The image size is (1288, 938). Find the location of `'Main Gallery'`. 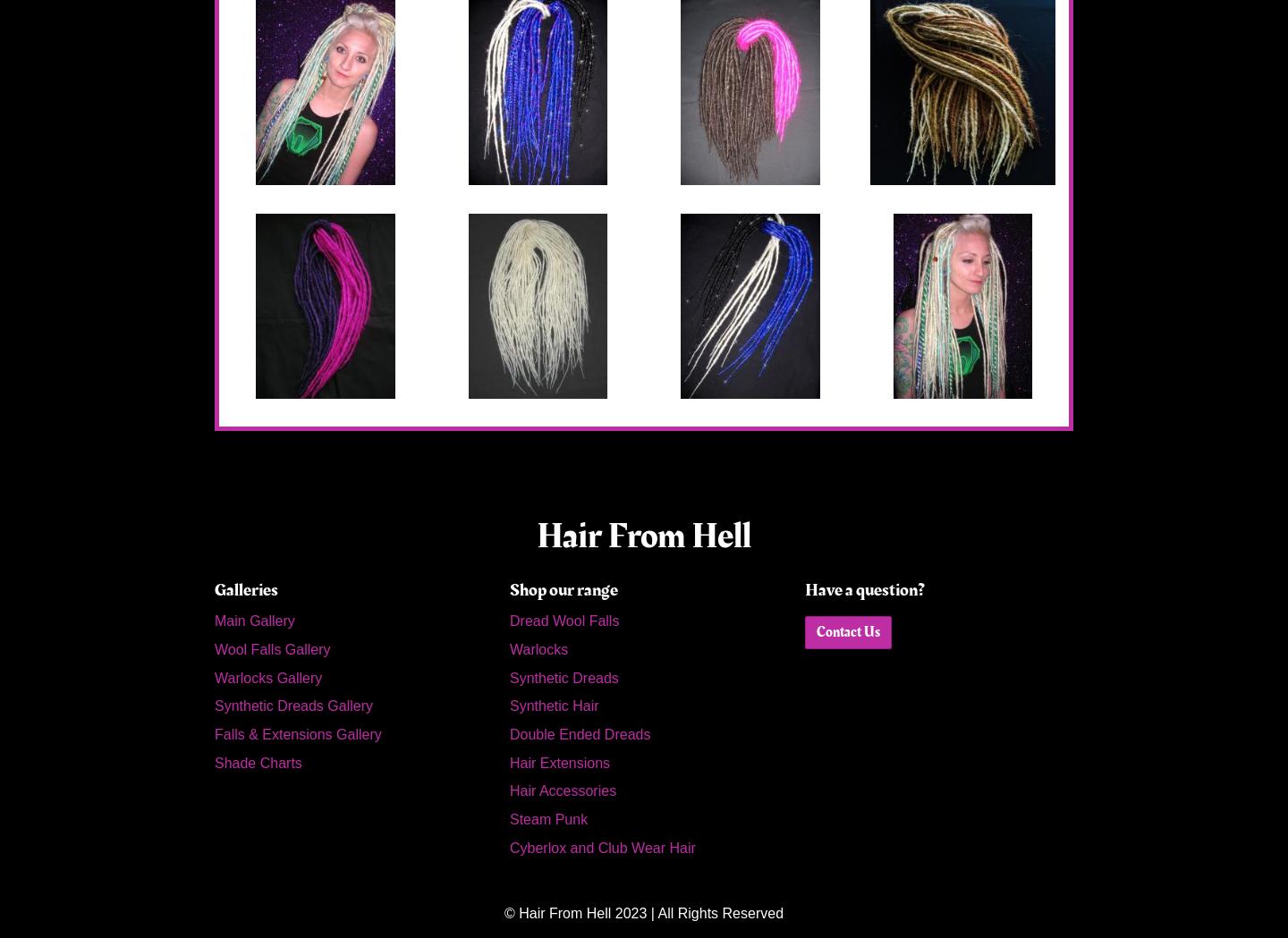

'Main Gallery' is located at coordinates (253, 621).